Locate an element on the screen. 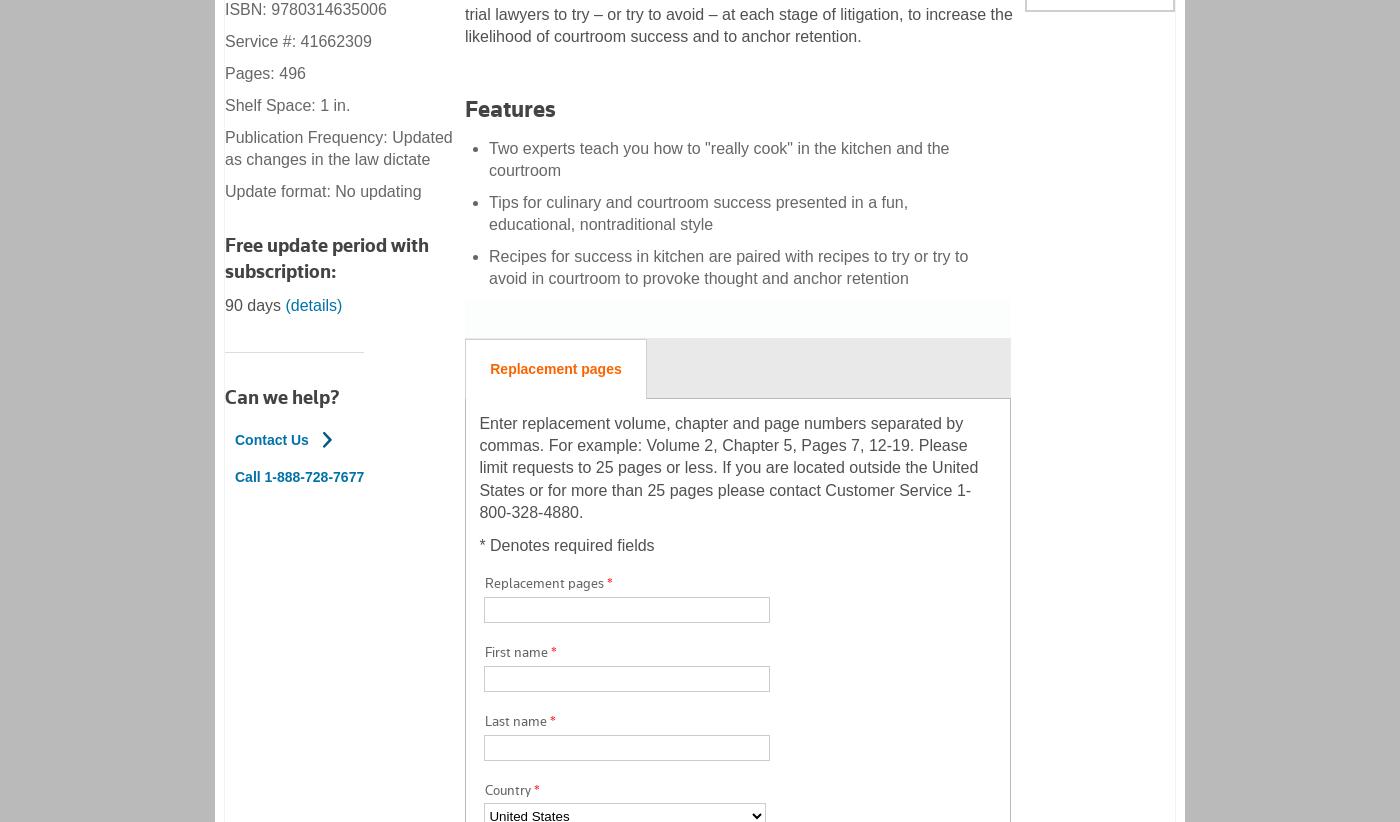  'Enter replacement volume, chapter and page numbers separated by commas. For example: Volume 2, Chapter 5, Pages 7, 12-19. Please limit requests to 25 pages or less. If you are located outside the United States or for more than 25 pages please contact Customer Service 1-800-328-4880.' is located at coordinates (728, 467).